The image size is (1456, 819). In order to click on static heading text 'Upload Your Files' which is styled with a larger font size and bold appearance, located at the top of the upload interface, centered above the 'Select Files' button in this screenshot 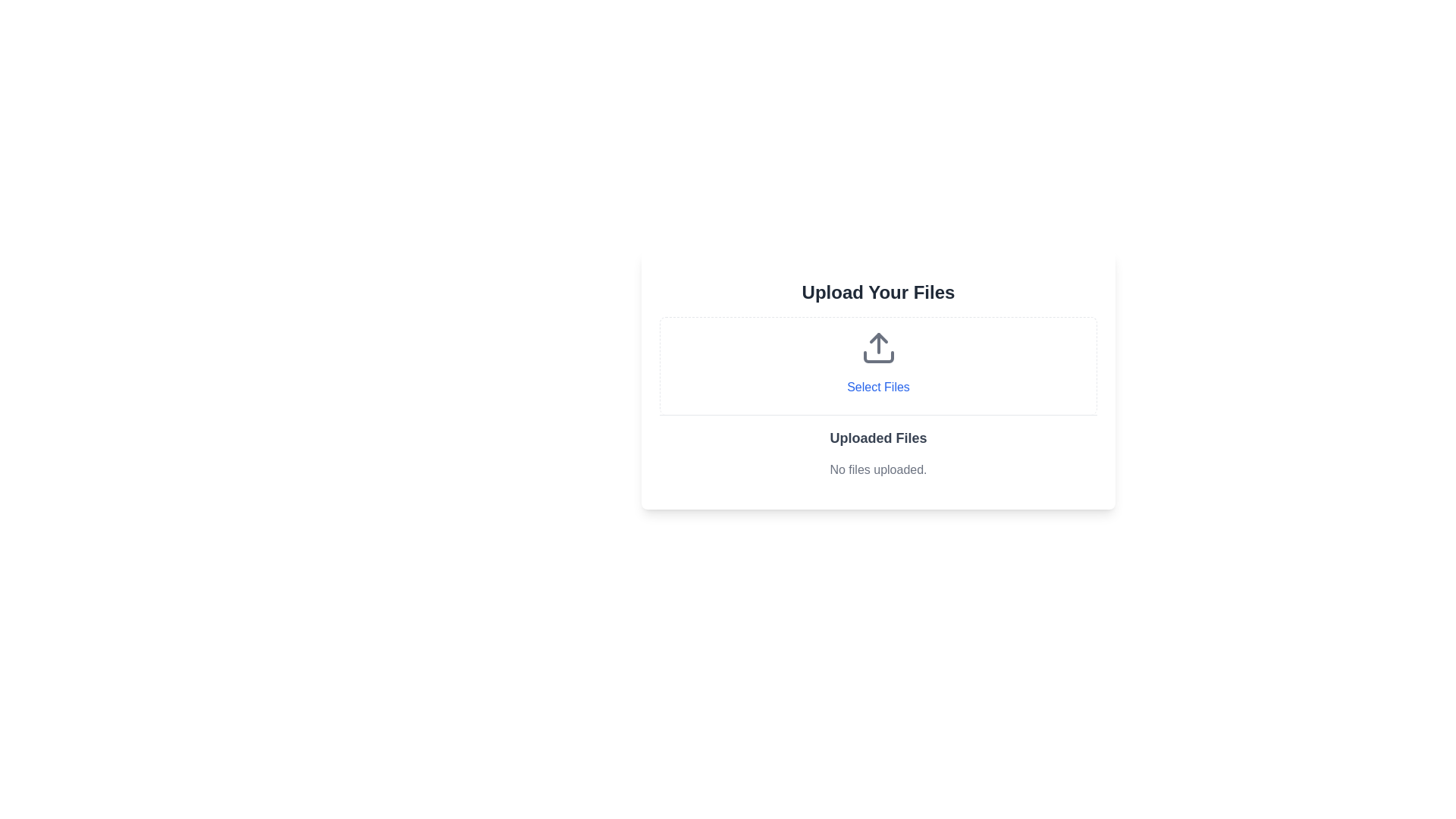, I will do `click(878, 292)`.